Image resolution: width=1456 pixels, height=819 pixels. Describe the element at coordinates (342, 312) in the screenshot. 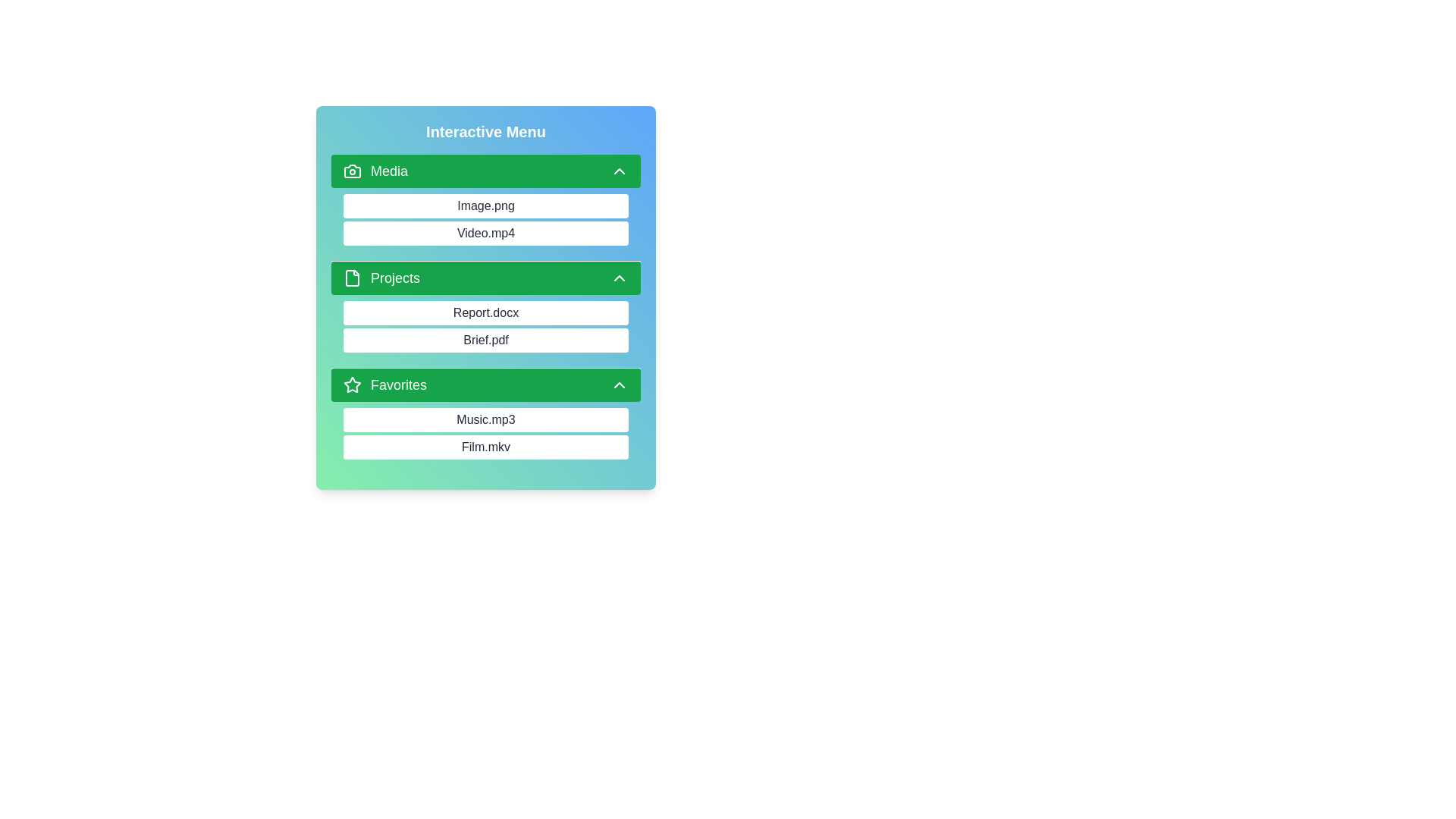

I see `the item Report.docx from the category Projects` at that location.